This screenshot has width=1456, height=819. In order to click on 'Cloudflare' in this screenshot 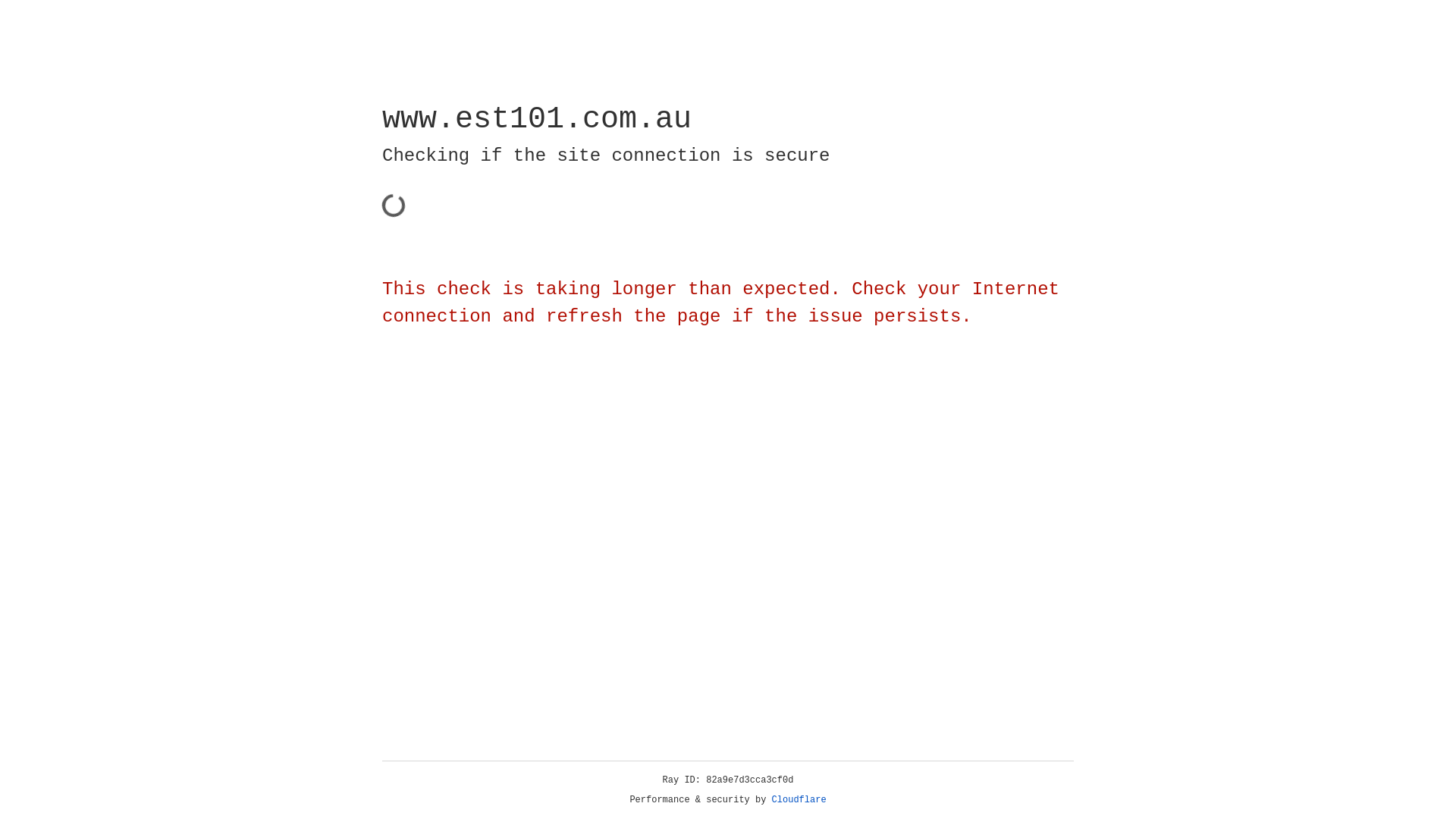, I will do `click(799, 799)`.